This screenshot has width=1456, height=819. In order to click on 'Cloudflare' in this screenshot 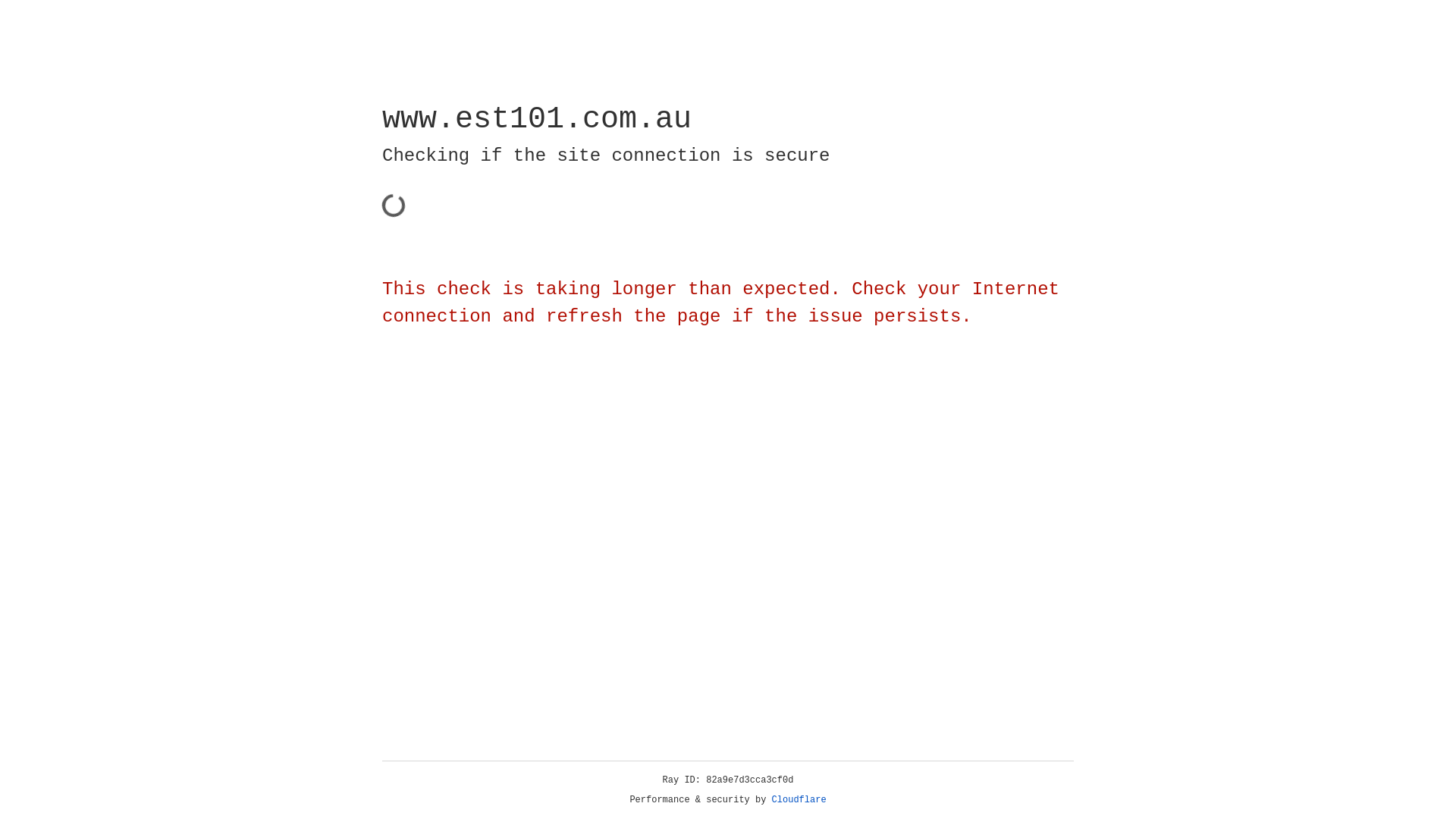, I will do `click(799, 799)`.